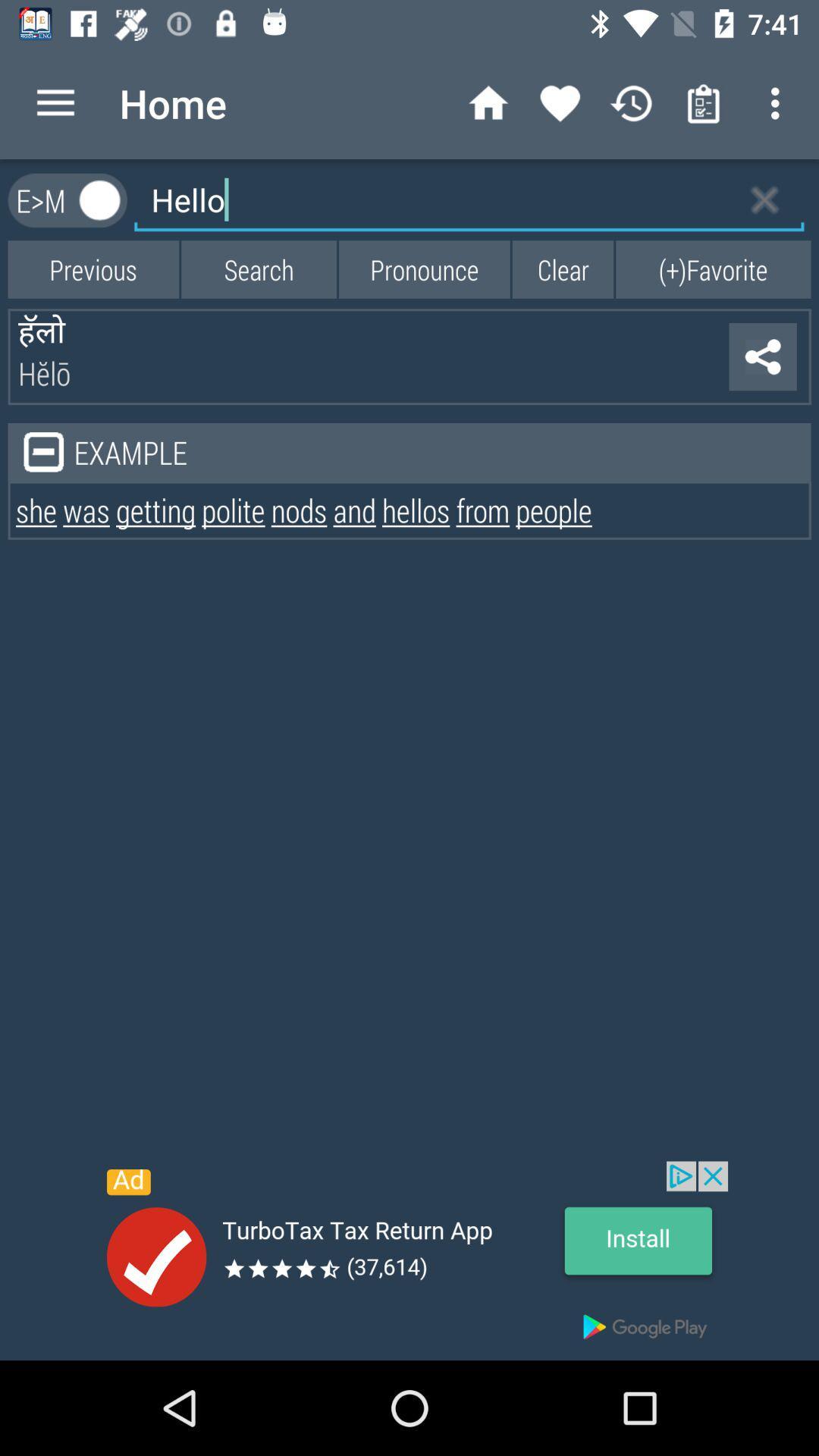 The width and height of the screenshot is (819, 1456). What do you see at coordinates (409, 1260) in the screenshot?
I see `open advertisement` at bounding box center [409, 1260].